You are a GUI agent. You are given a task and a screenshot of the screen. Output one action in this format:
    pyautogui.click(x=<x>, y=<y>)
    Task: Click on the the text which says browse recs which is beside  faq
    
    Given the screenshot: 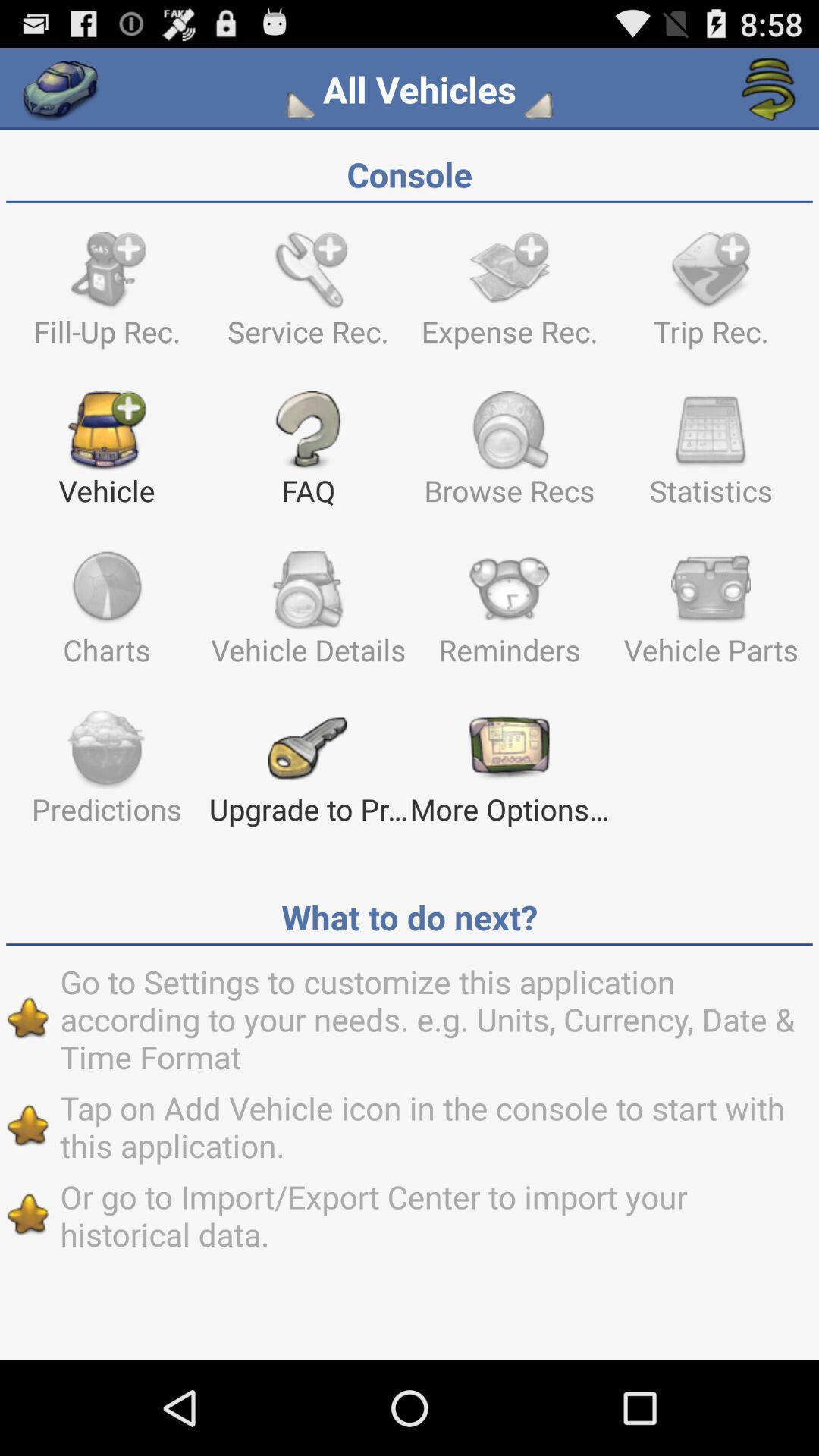 What is the action you would take?
    pyautogui.click(x=509, y=454)
    